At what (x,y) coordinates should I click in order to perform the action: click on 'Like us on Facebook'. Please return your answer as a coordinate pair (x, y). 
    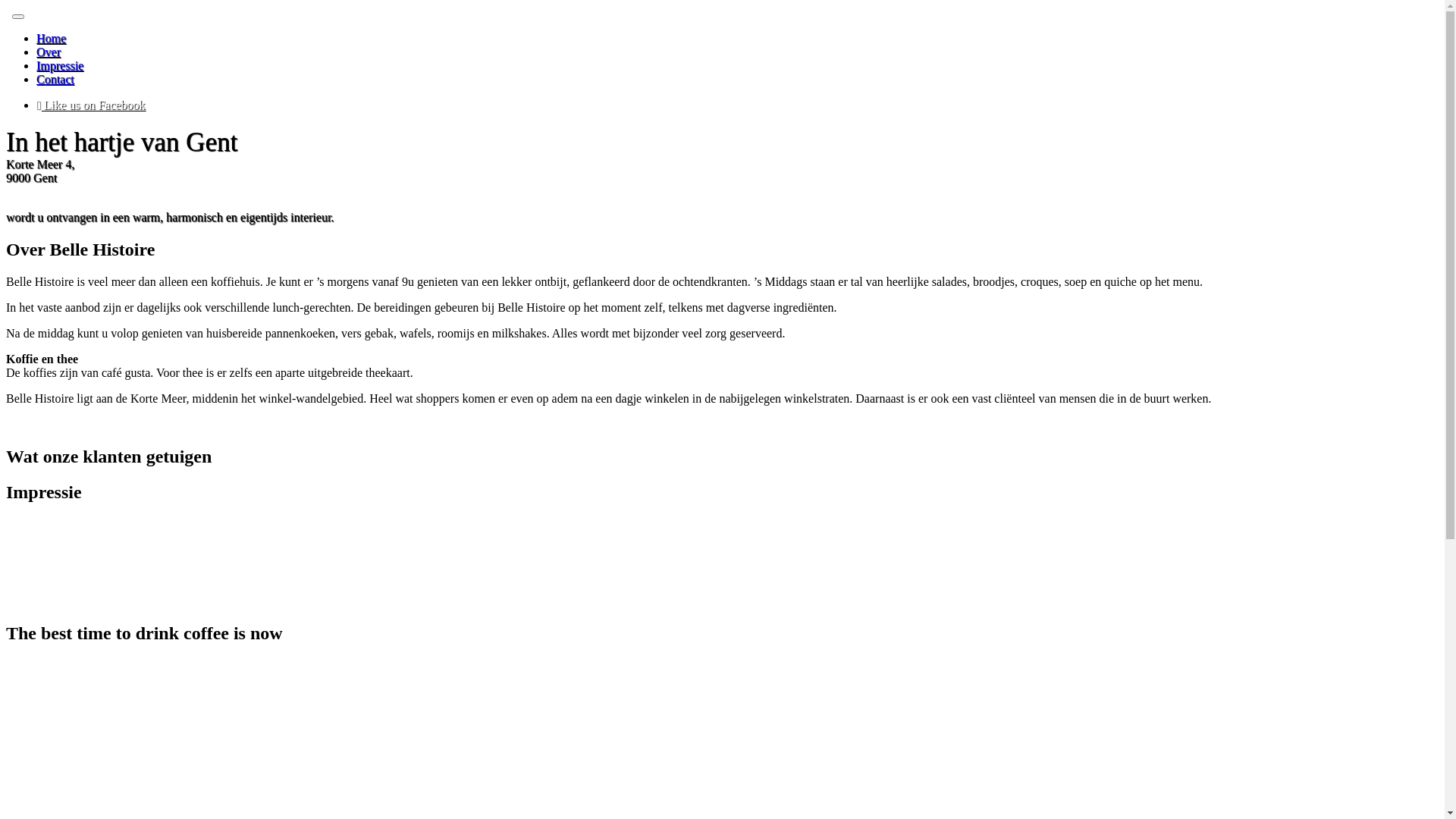
    Looking at the image, I should click on (90, 104).